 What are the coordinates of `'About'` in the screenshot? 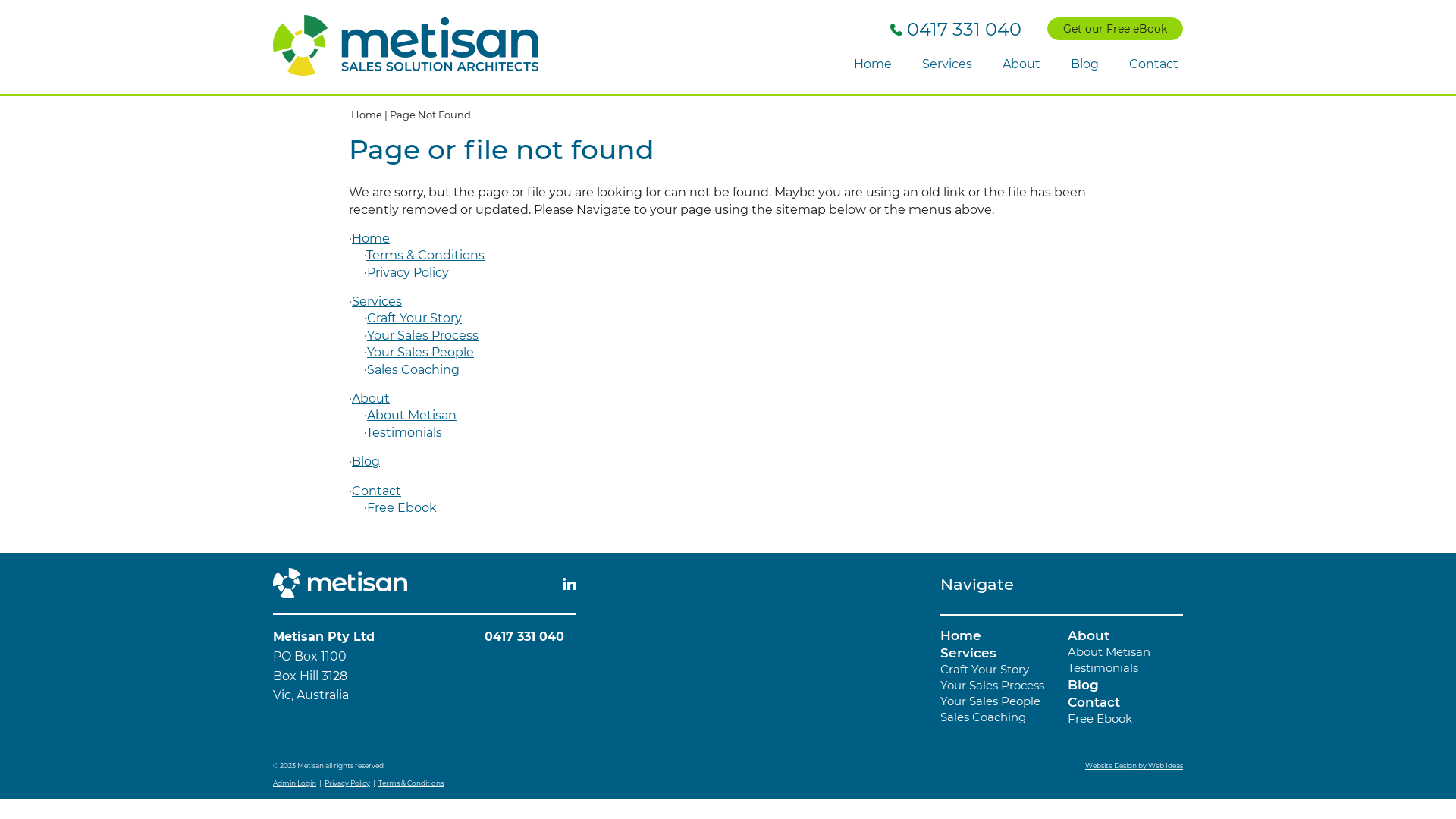 It's located at (1087, 635).